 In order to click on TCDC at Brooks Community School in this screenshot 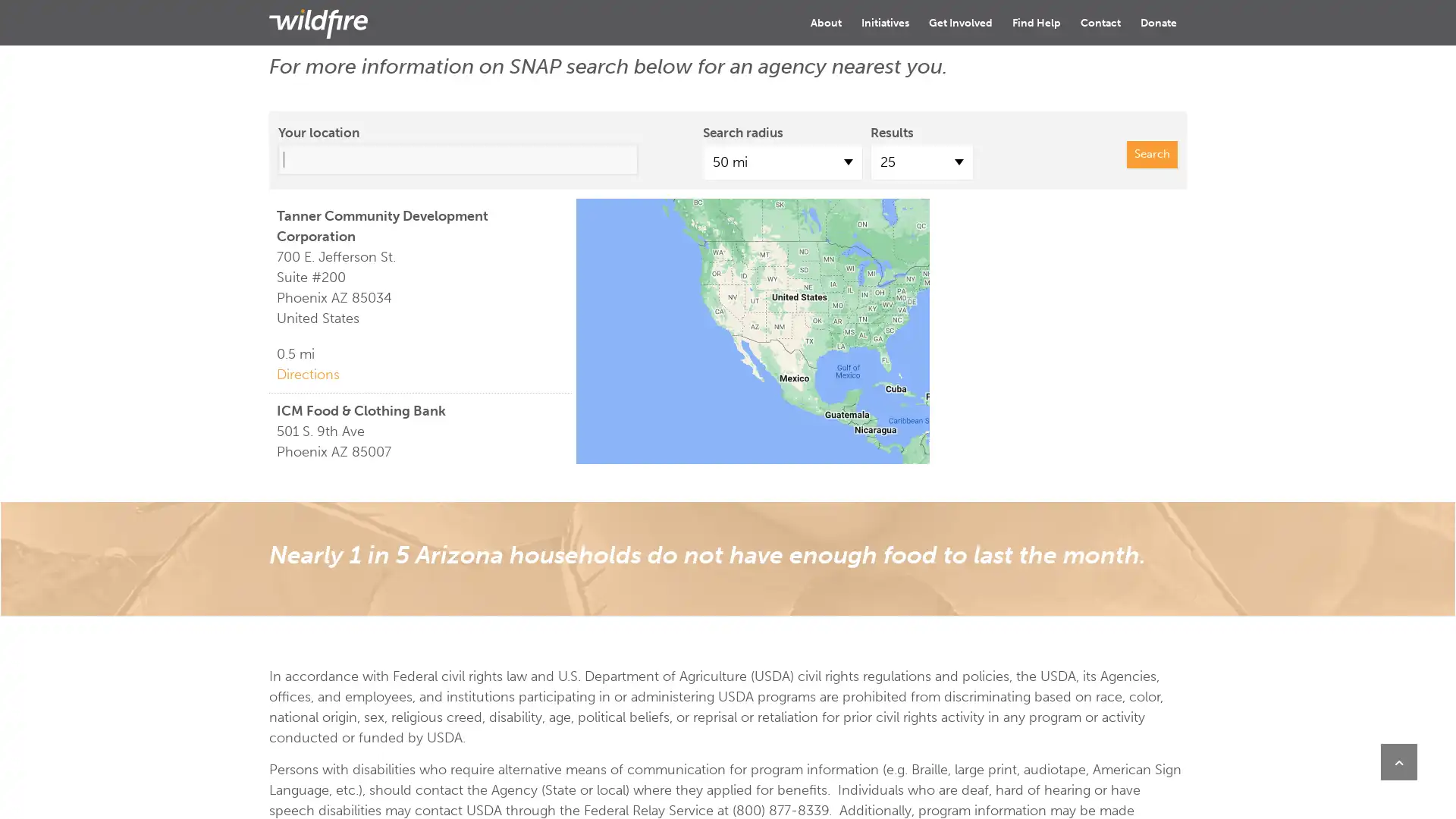, I will do `click(906, 350)`.